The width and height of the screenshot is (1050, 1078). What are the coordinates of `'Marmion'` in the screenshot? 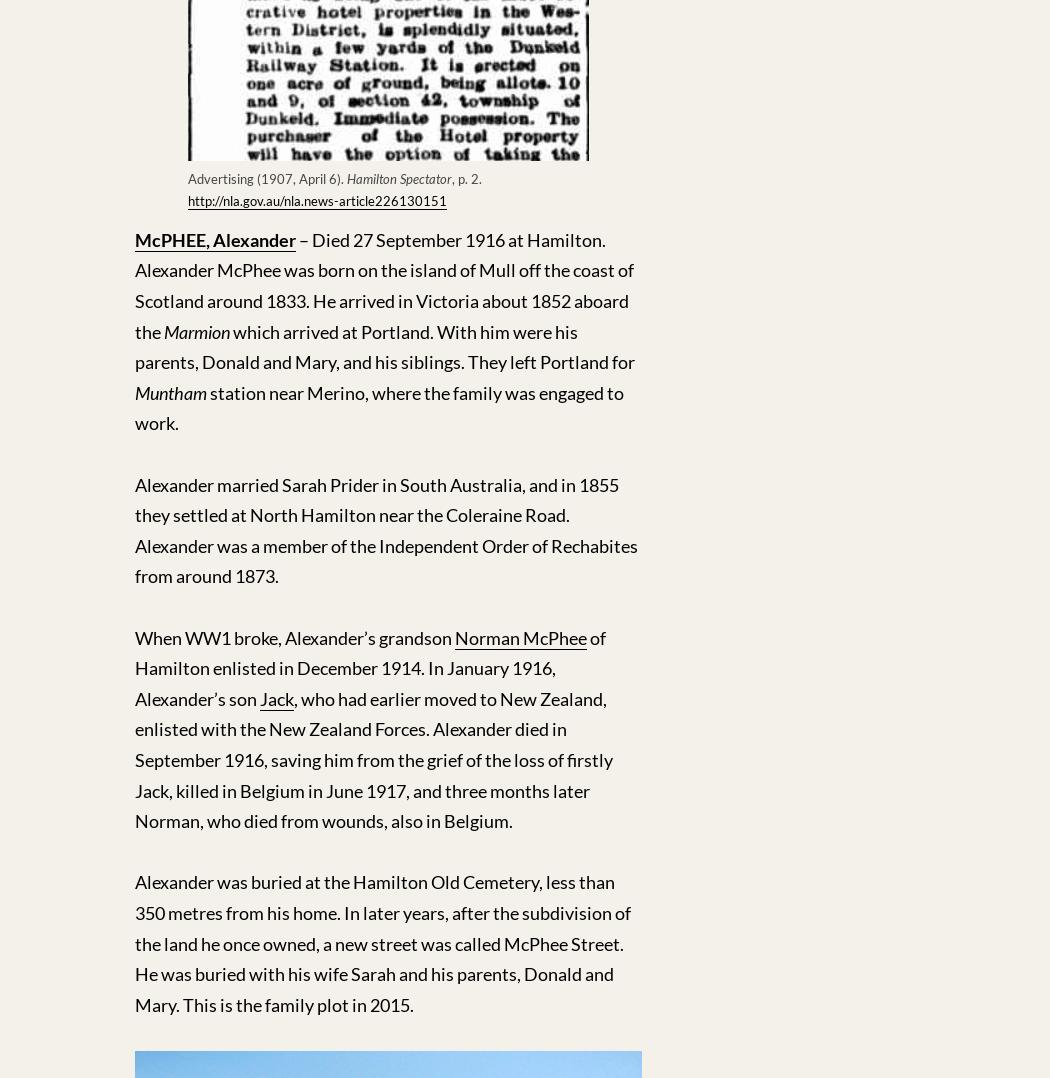 It's located at (195, 330).